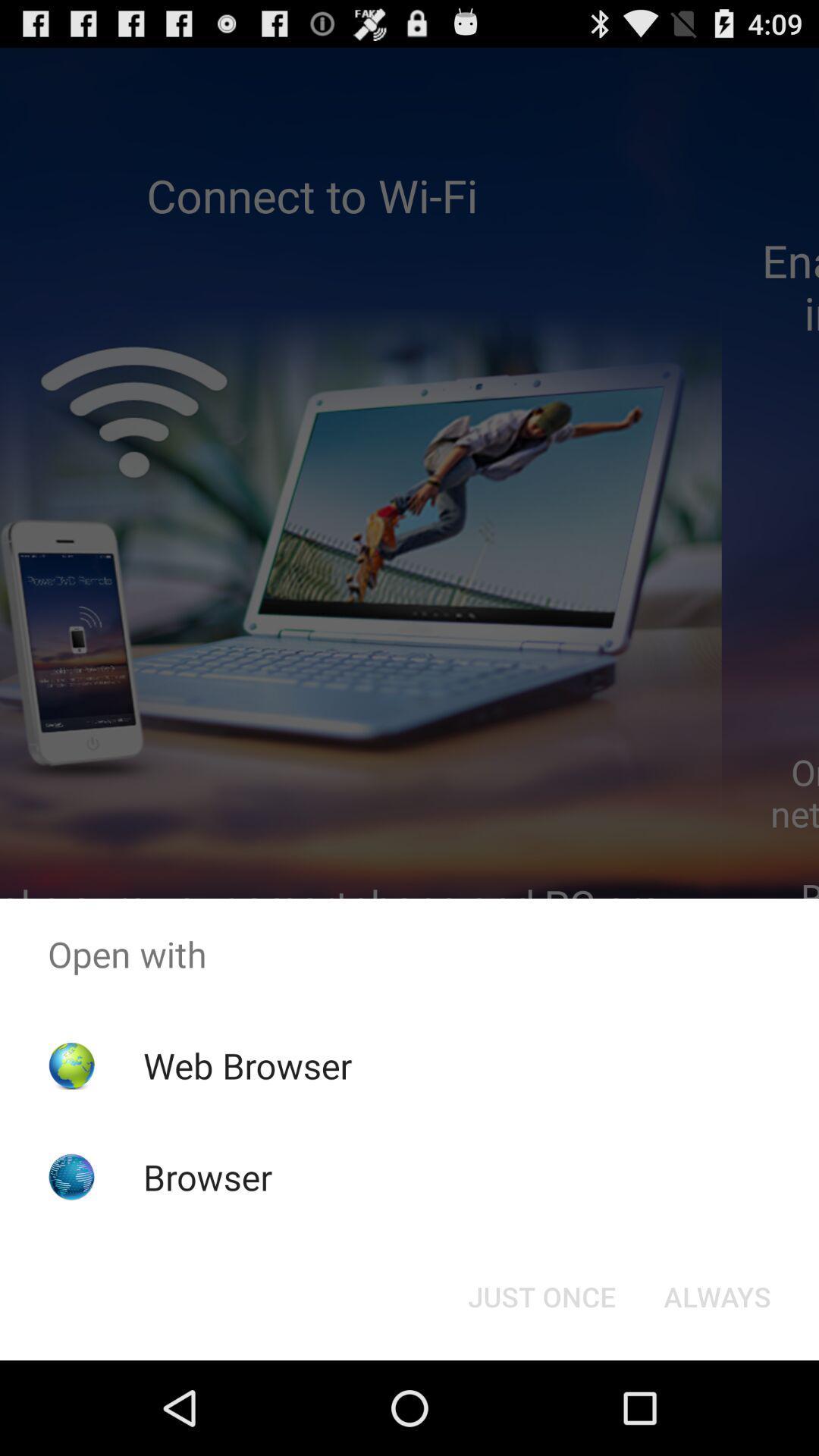  What do you see at coordinates (541, 1295) in the screenshot?
I see `button at the bottom` at bounding box center [541, 1295].